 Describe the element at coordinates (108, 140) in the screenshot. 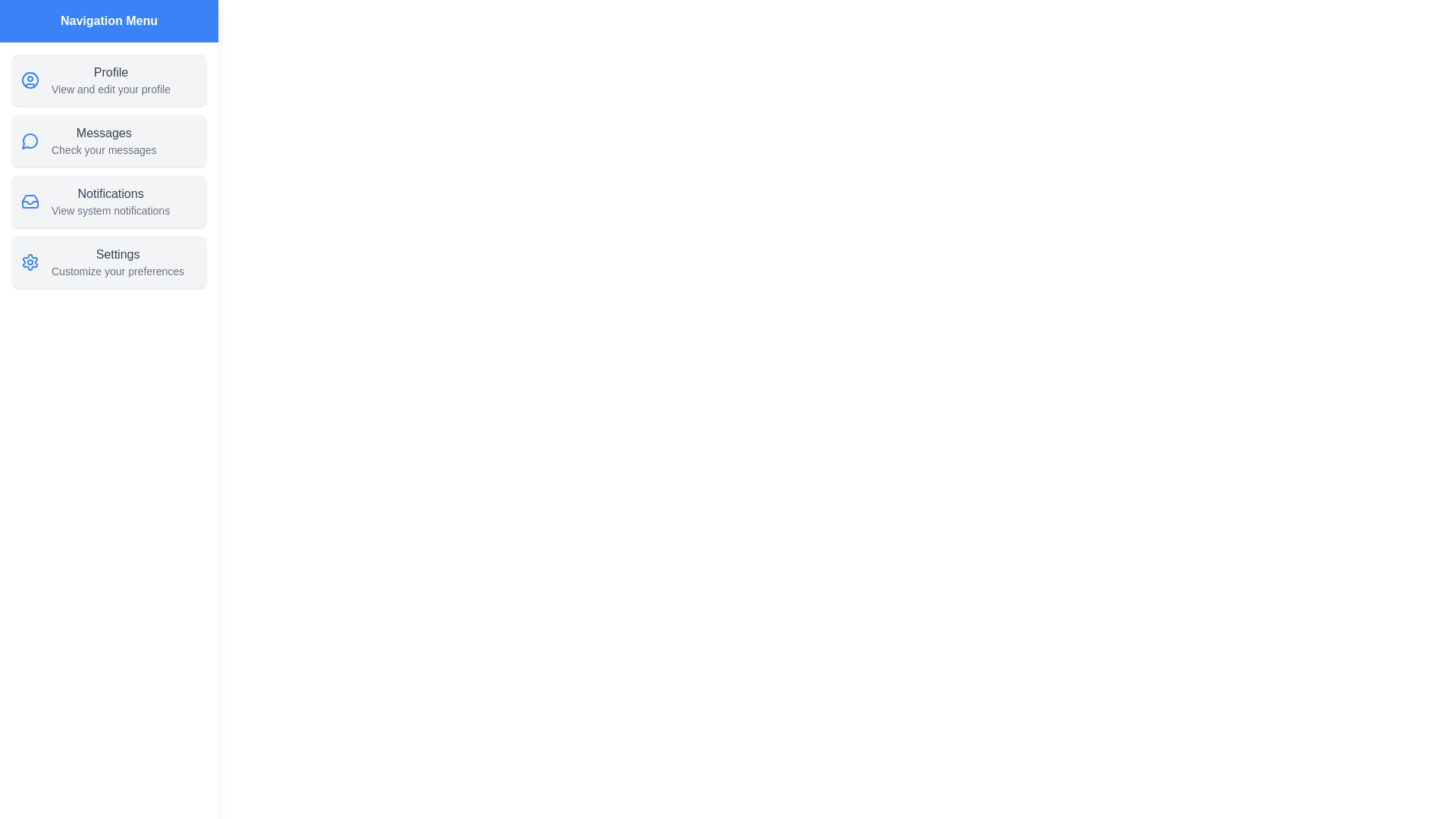

I see `the Messages to view its details` at that location.